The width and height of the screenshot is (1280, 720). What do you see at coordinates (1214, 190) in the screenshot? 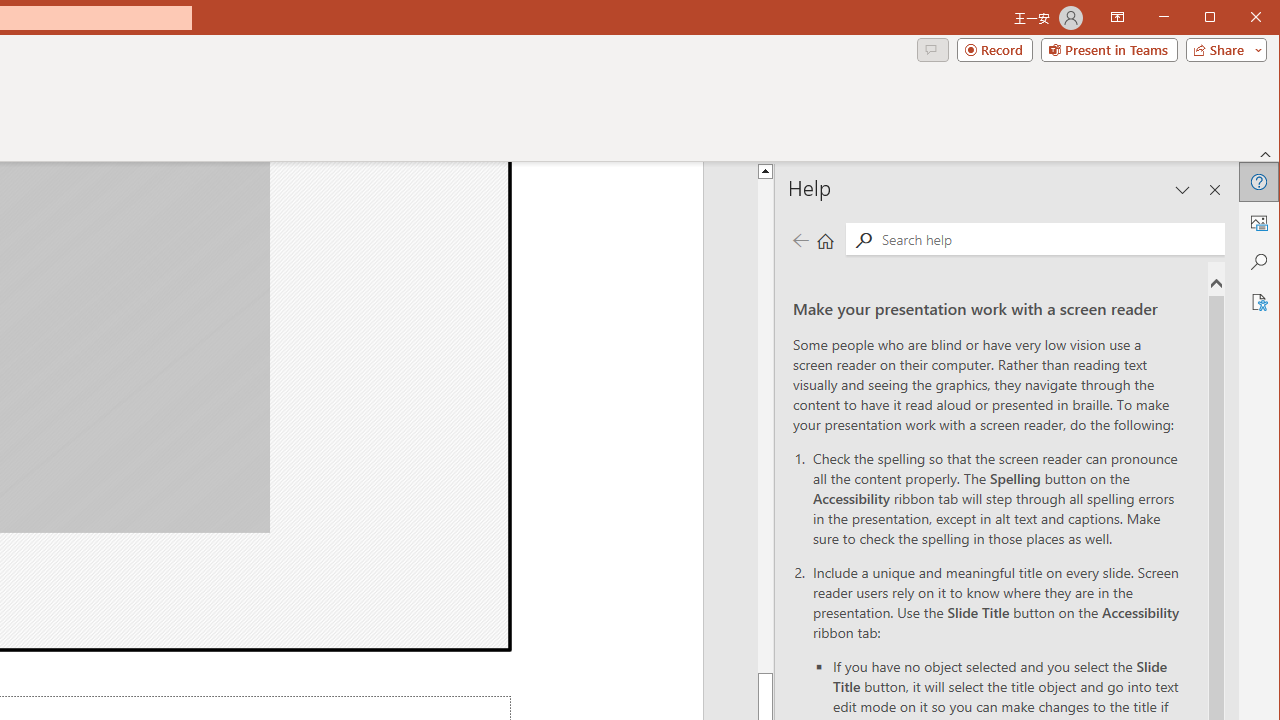
I see `'Close pane'` at bounding box center [1214, 190].